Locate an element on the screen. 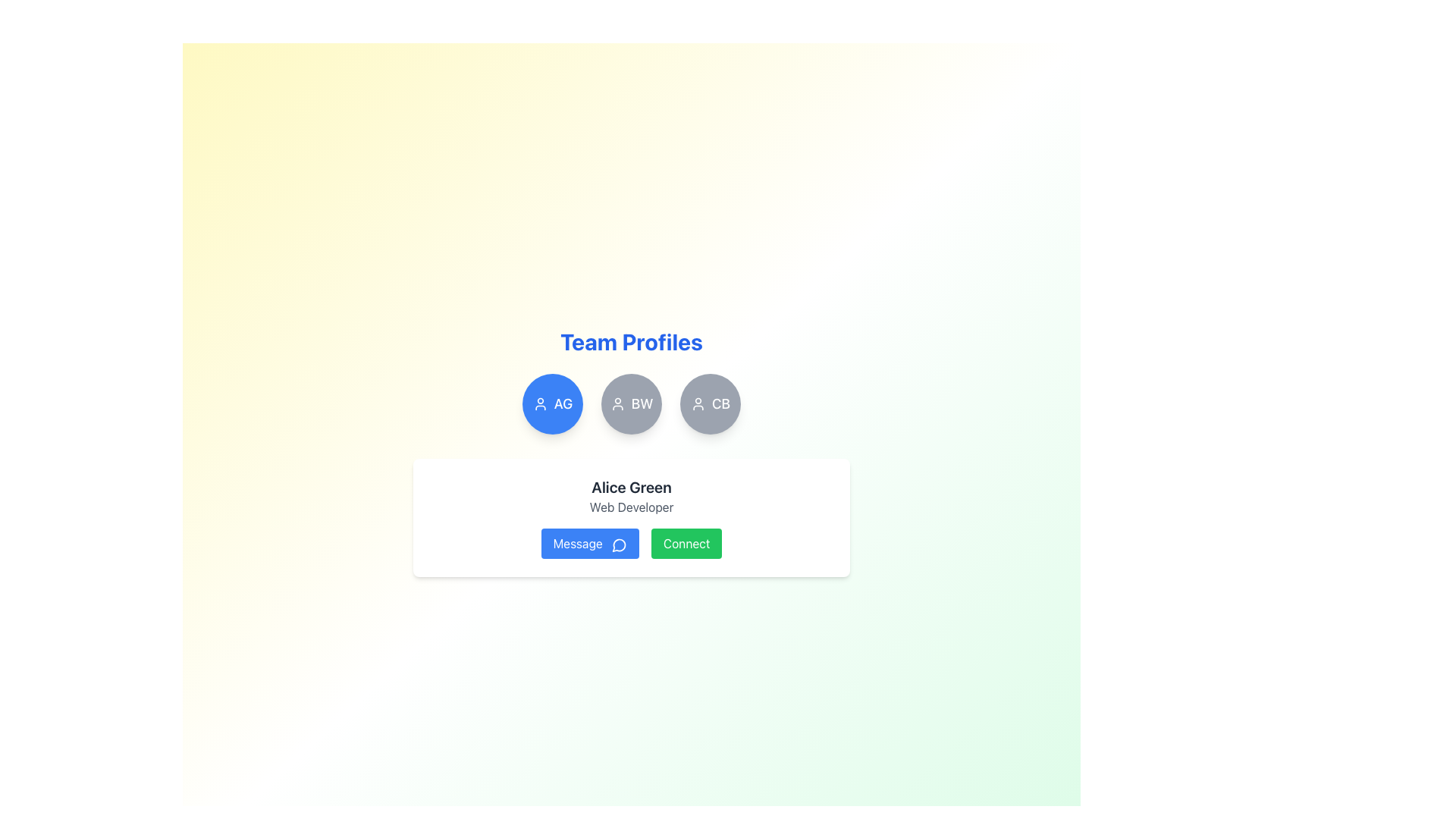 Image resolution: width=1456 pixels, height=819 pixels. the static text label displaying the name 'Alice Green', which is located at the top center of the profile card above the job title 'Web Developer' is located at coordinates (632, 488).